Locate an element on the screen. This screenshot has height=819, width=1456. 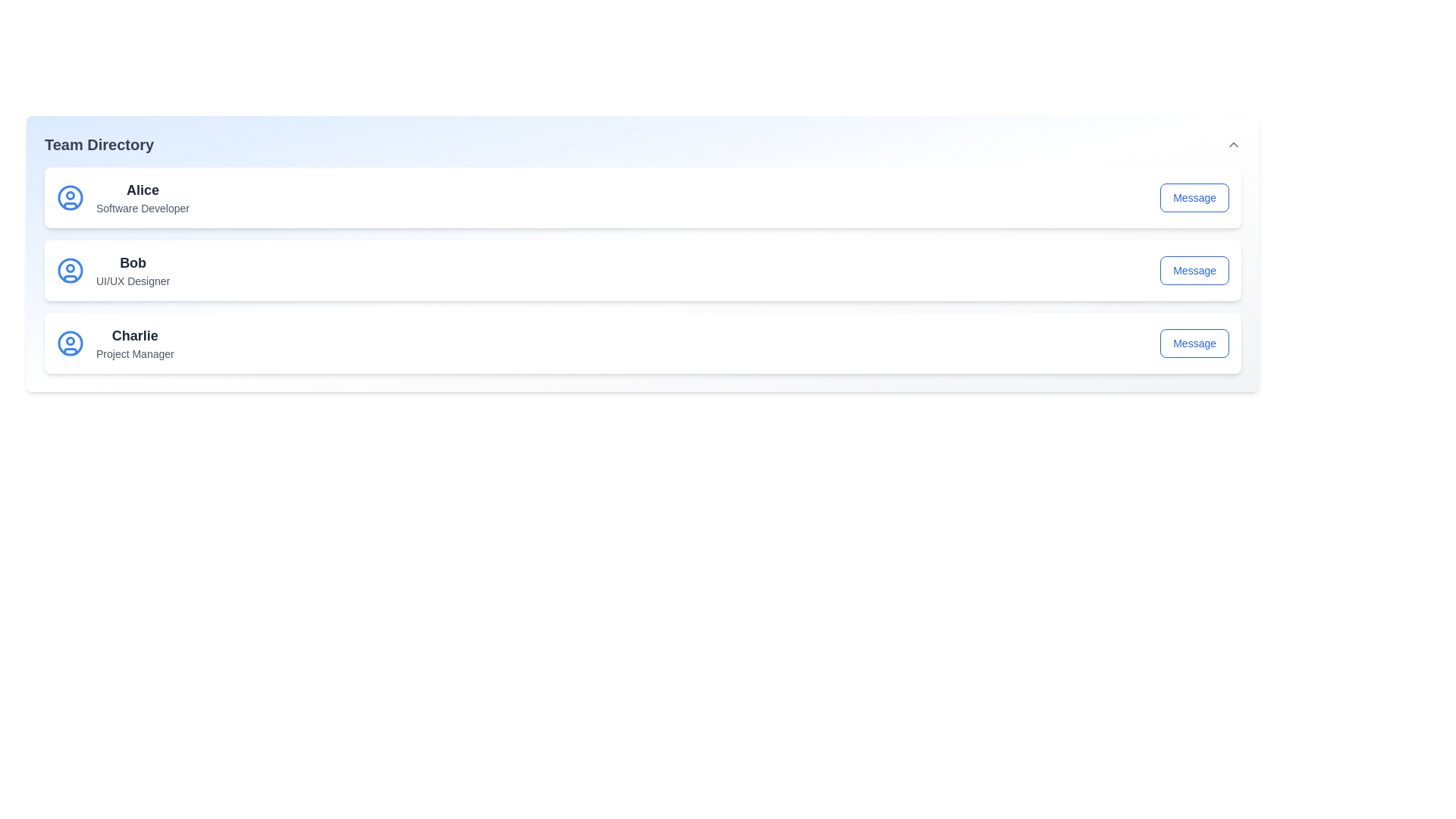
the user icon represented by a blue circular design with a head and shoulders, located to the left of the text 'Bob UI/UX Designer' is located at coordinates (69, 270).